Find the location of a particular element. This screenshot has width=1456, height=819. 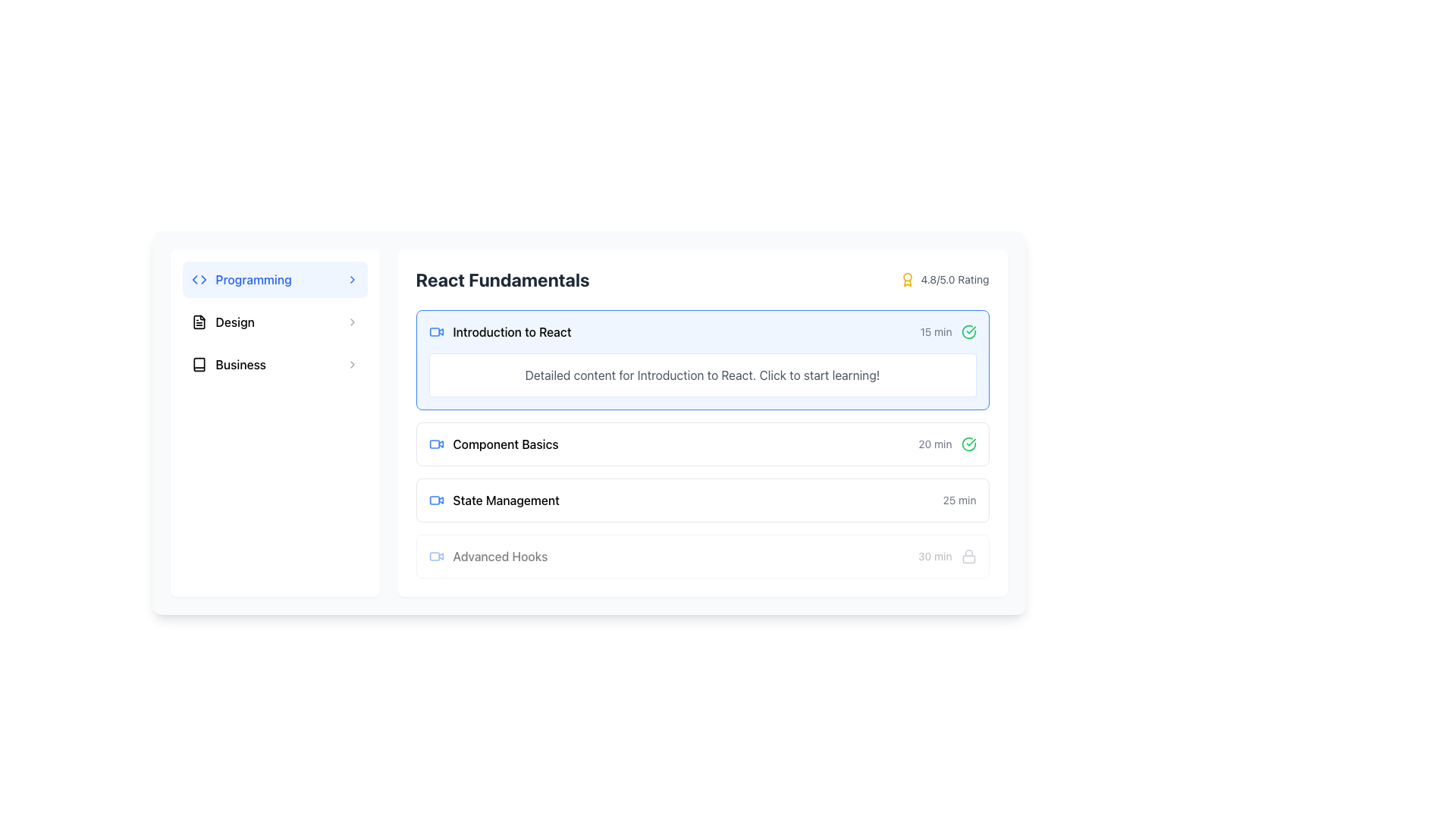

the 'Design' category icon located in the sidebar menu on the left-hand side of the interface is located at coordinates (198, 321).